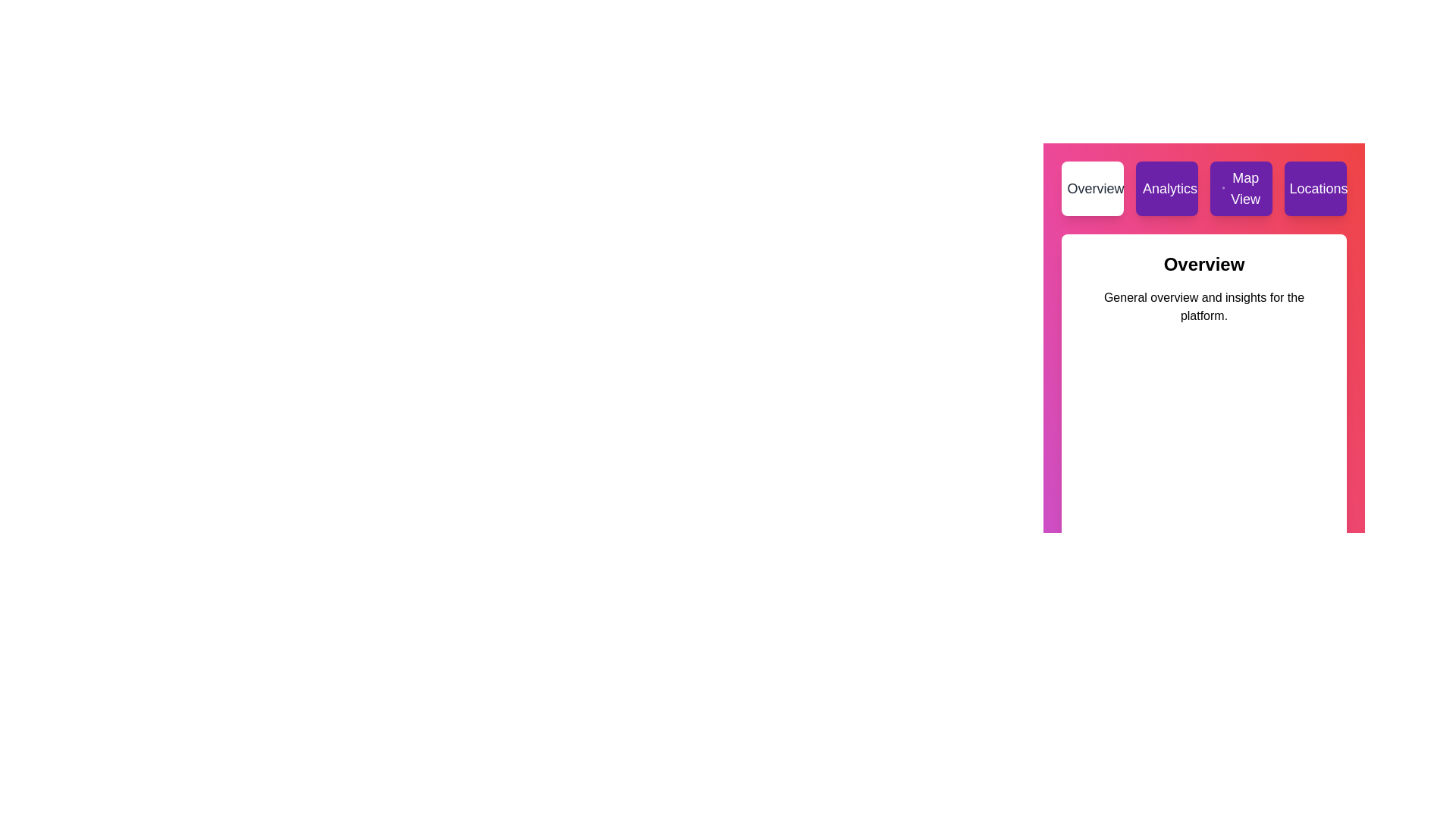 The width and height of the screenshot is (1456, 819). What do you see at coordinates (1169, 188) in the screenshot?
I see `the 'Analytics' button, which is a purple rectangular button with white text, located in the navigation bar at the top-center of the interface` at bounding box center [1169, 188].